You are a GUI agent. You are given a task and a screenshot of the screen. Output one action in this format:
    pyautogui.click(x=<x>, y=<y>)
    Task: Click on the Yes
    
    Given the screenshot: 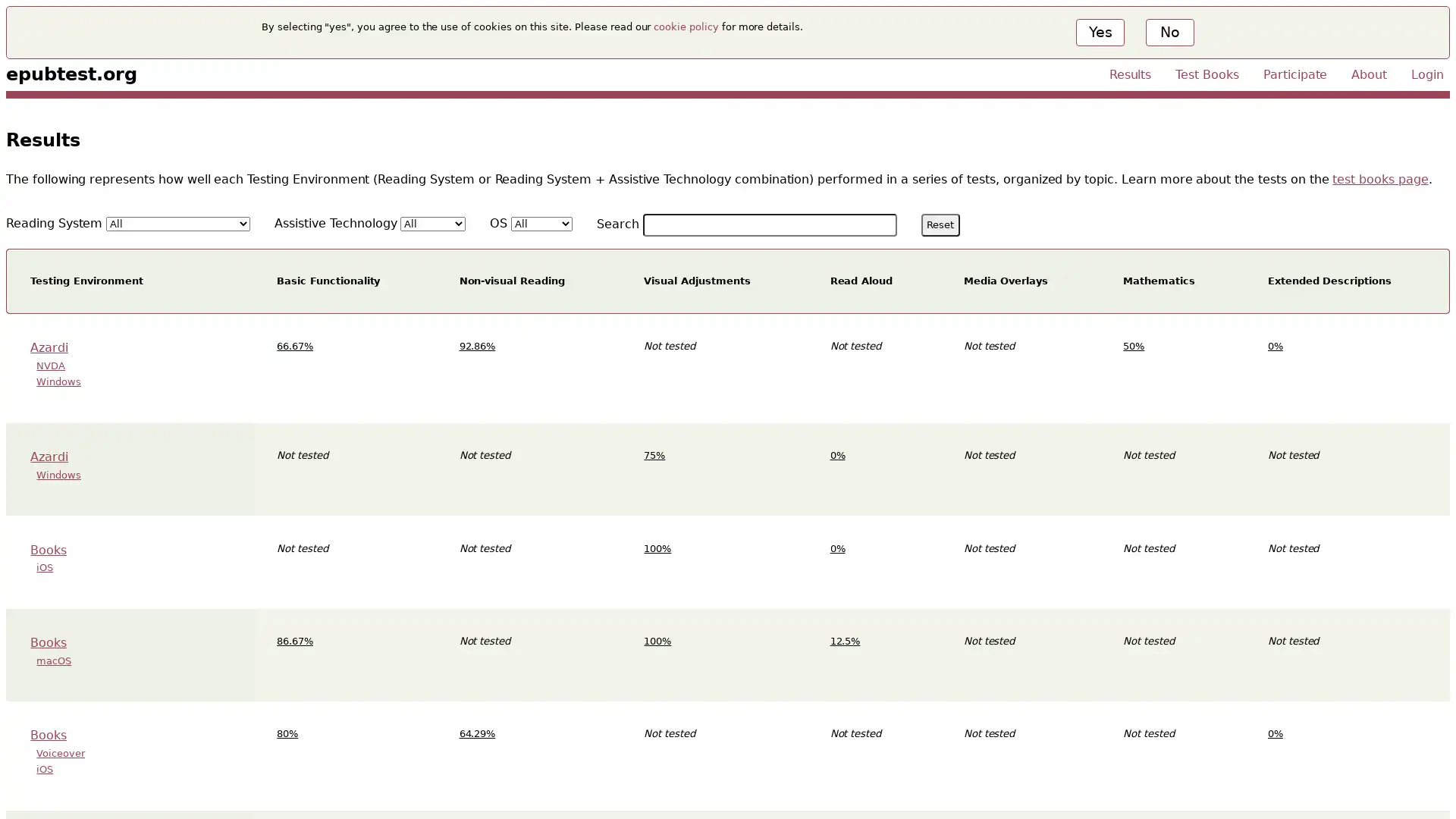 What is the action you would take?
    pyautogui.click(x=1100, y=32)
    